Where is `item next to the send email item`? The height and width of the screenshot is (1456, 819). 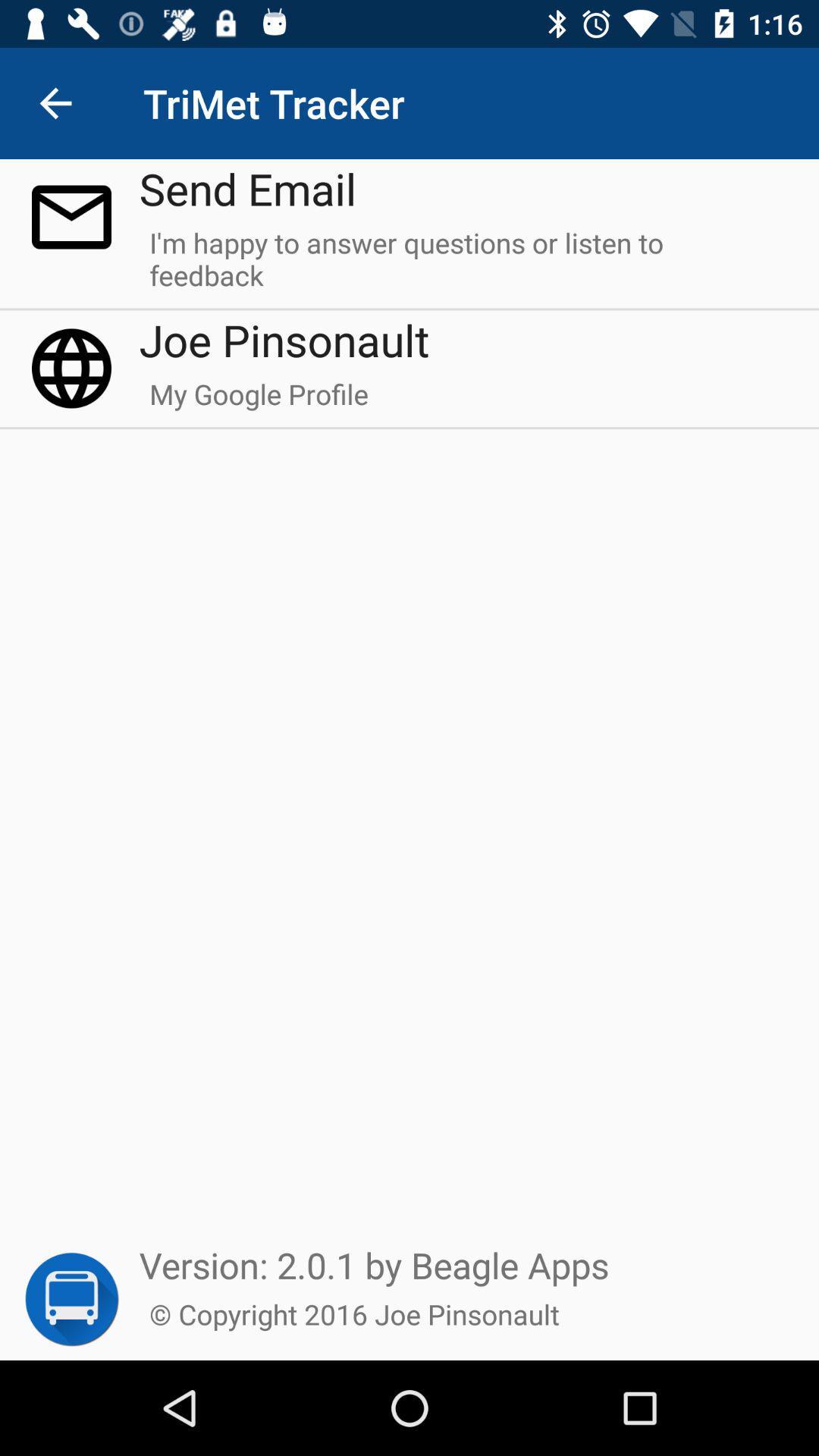 item next to the send email item is located at coordinates (55, 102).